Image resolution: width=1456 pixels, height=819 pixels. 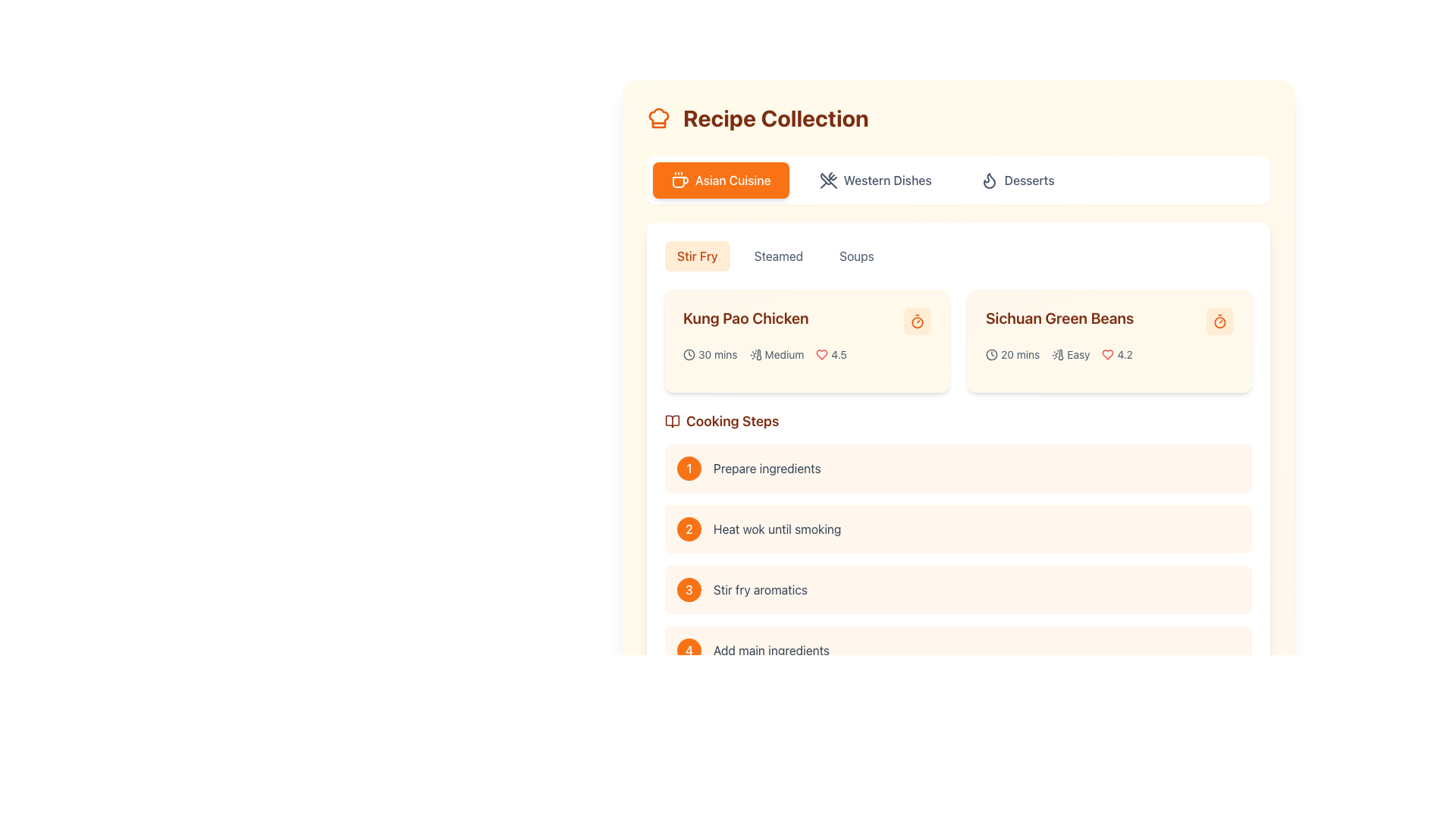 I want to click on the informative text element that displays the preparation or cooking time for the Sichuan Green Beans recipe, located in the right card under the 'Sichuan Green Beans' section in the 'Stir Fry' tab, so click(x=1012, y=354).